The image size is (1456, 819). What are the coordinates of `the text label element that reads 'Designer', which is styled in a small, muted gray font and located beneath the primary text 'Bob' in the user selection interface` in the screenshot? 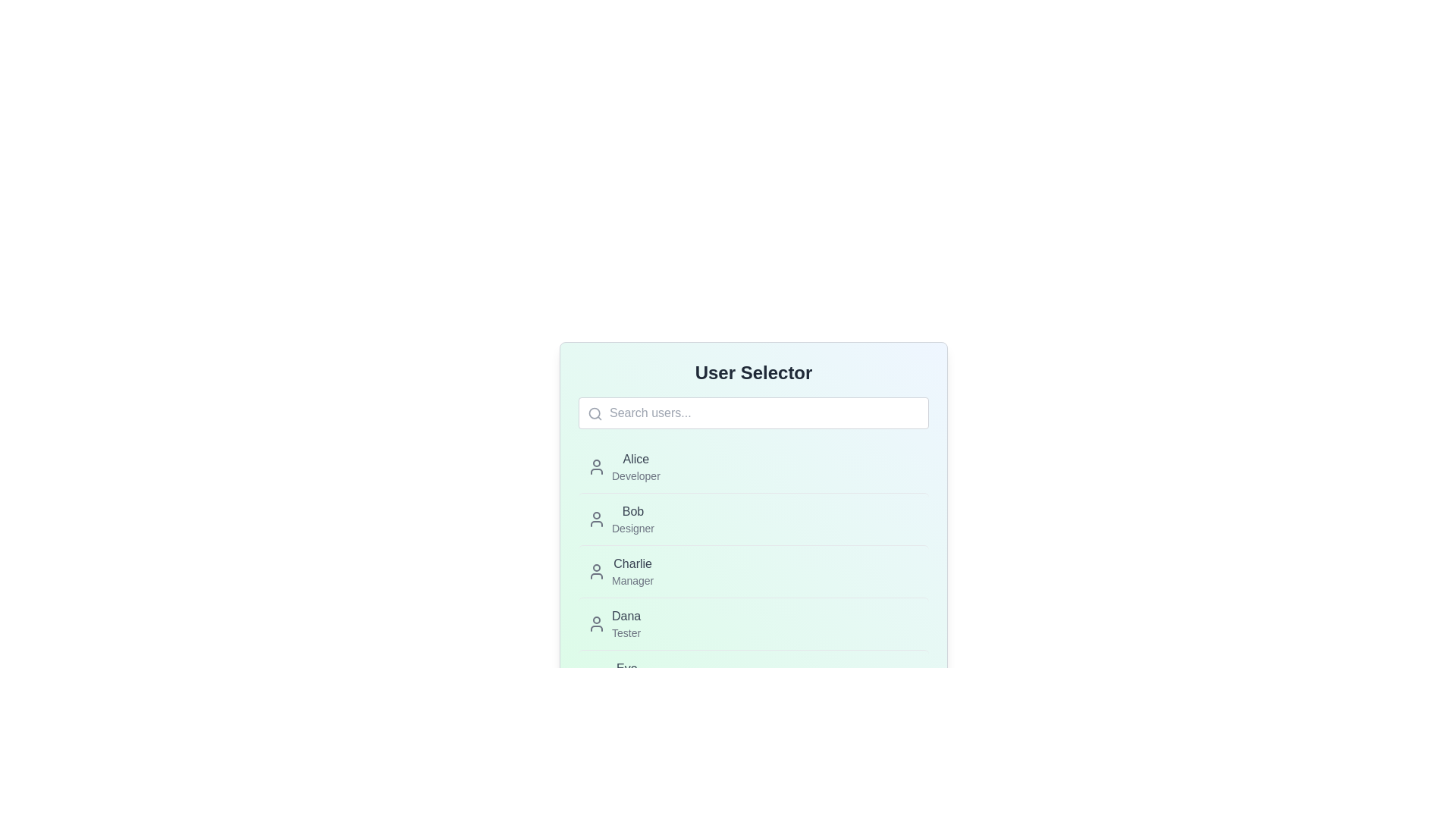 It's located at (633, 528).